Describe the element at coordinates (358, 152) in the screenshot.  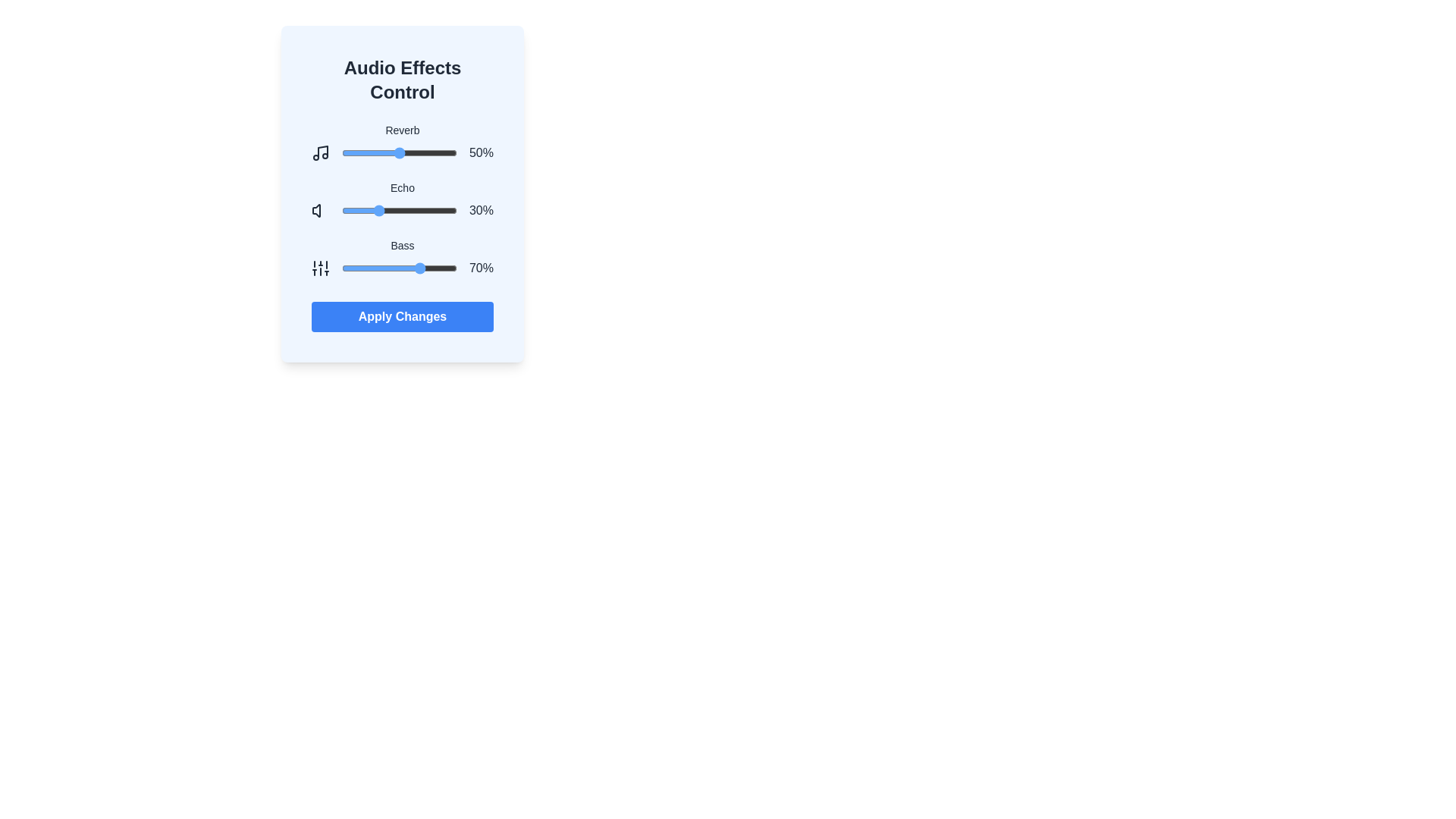
I see `the reverb level` at that location.